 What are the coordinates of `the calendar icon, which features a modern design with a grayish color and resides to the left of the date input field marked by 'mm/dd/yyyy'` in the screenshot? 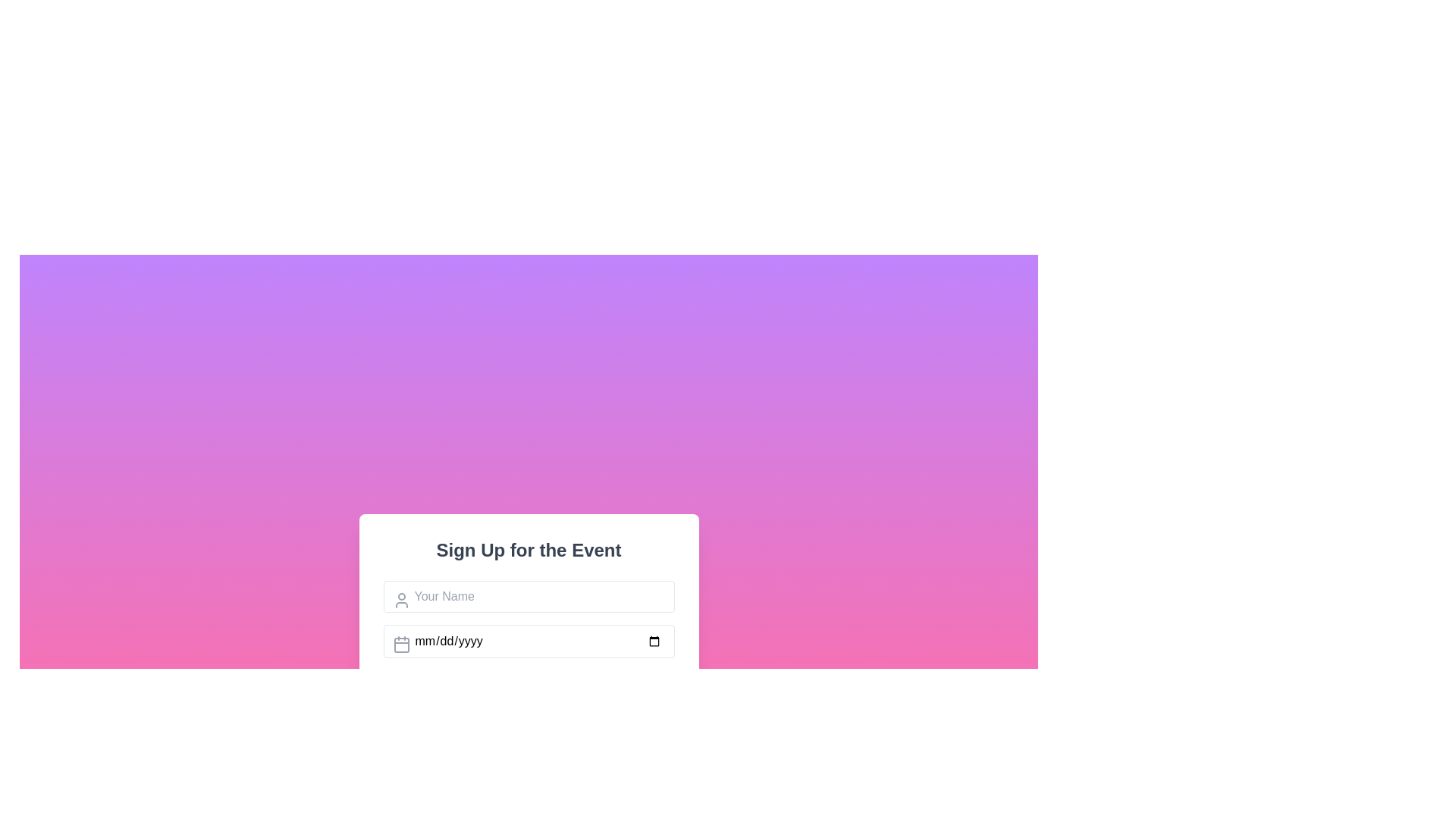 It's located at (401, 644).